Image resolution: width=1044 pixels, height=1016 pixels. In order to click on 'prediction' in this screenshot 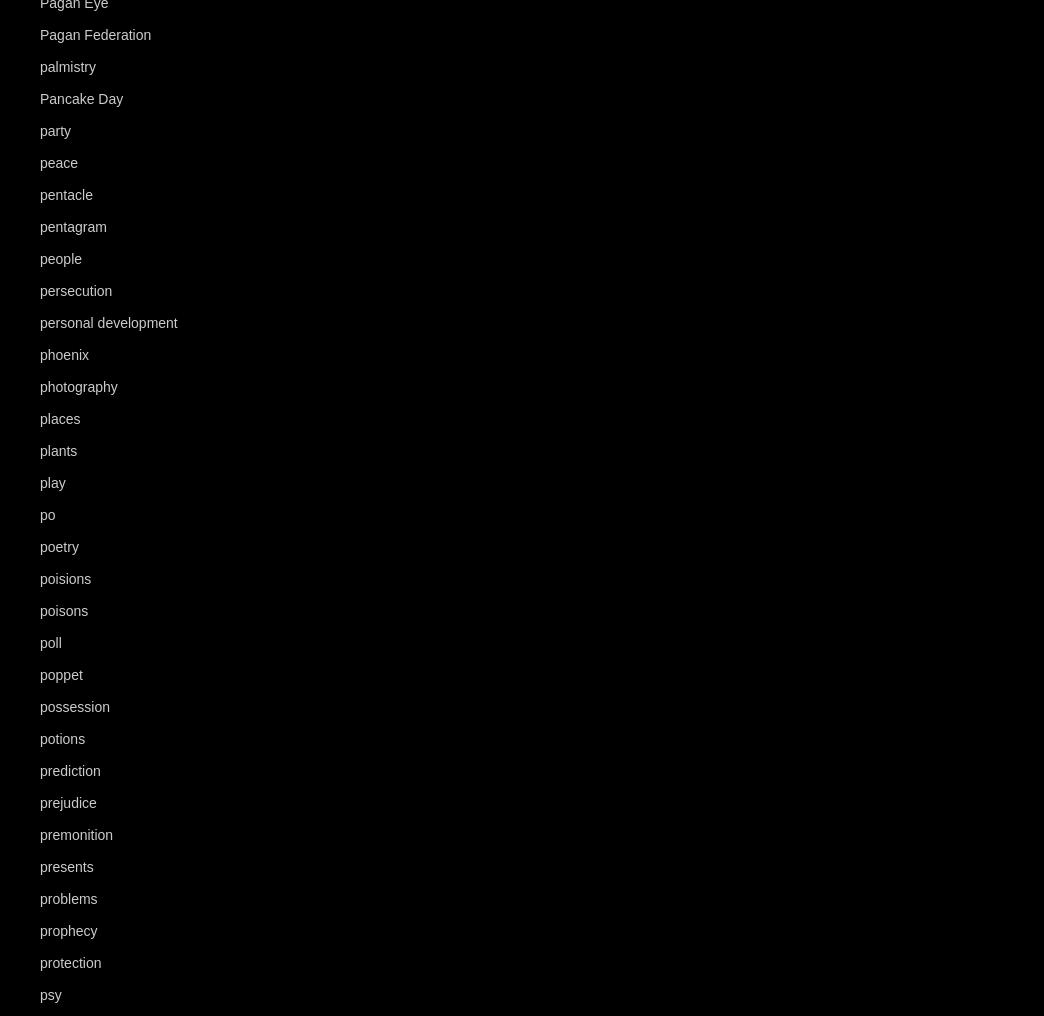, I will do `click(69, 770)`.